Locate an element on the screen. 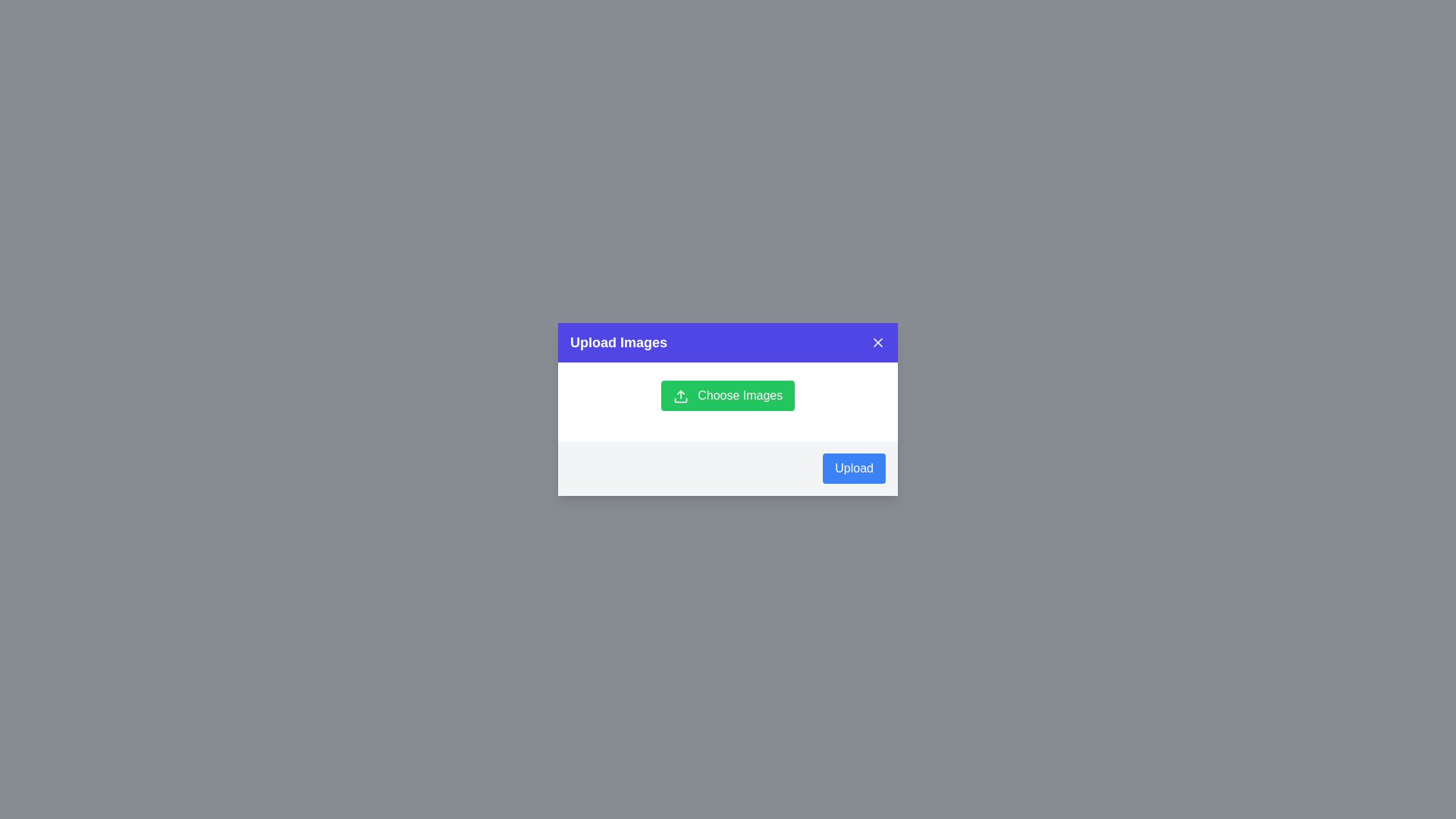 The height and width of the screenshot is (819, 1456). the 'Choose Images' button to open the file selector is located at coordinates (728, 394).